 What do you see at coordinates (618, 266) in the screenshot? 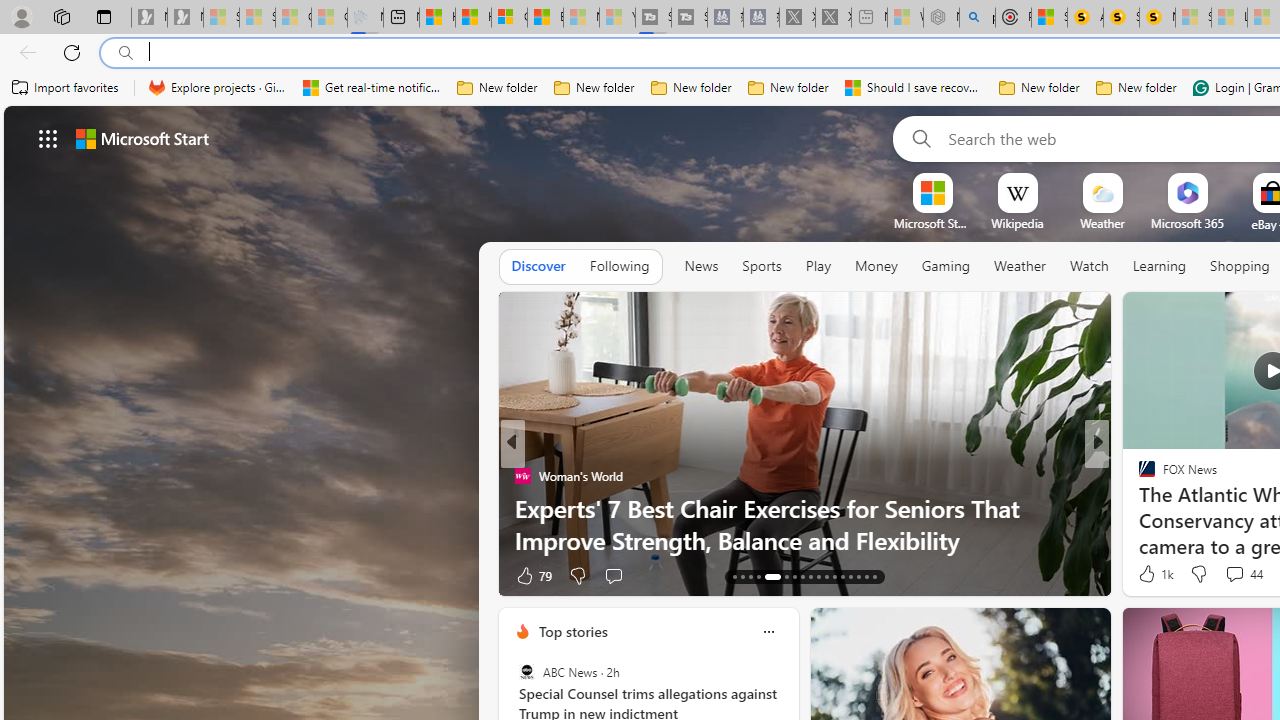
I see `'Following'` at bounding box center [618, 266].